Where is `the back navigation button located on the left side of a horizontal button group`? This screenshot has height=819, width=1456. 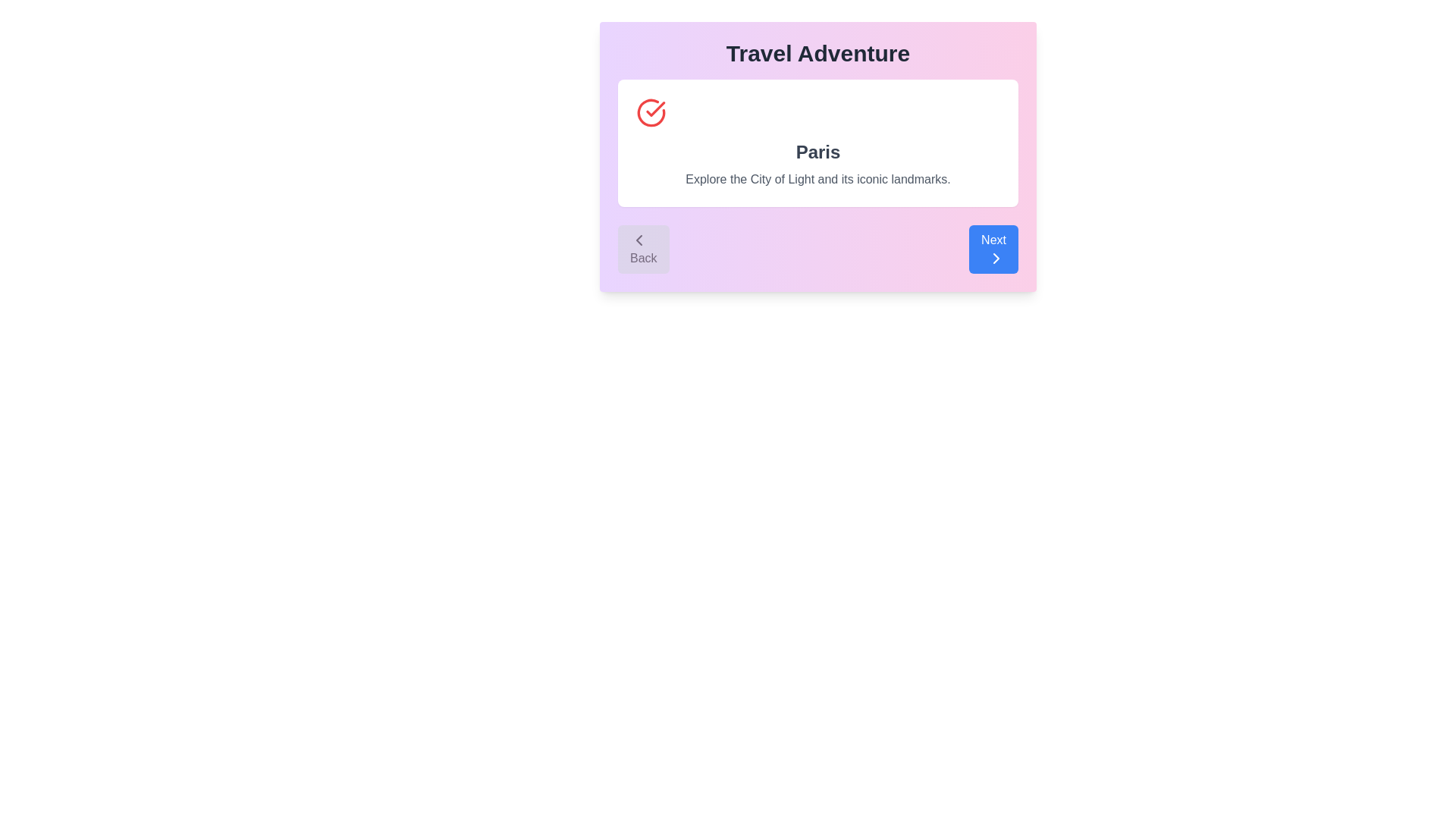
the back navigation button located on the left side of a horizontal button group is located at coordinates (643, 248).